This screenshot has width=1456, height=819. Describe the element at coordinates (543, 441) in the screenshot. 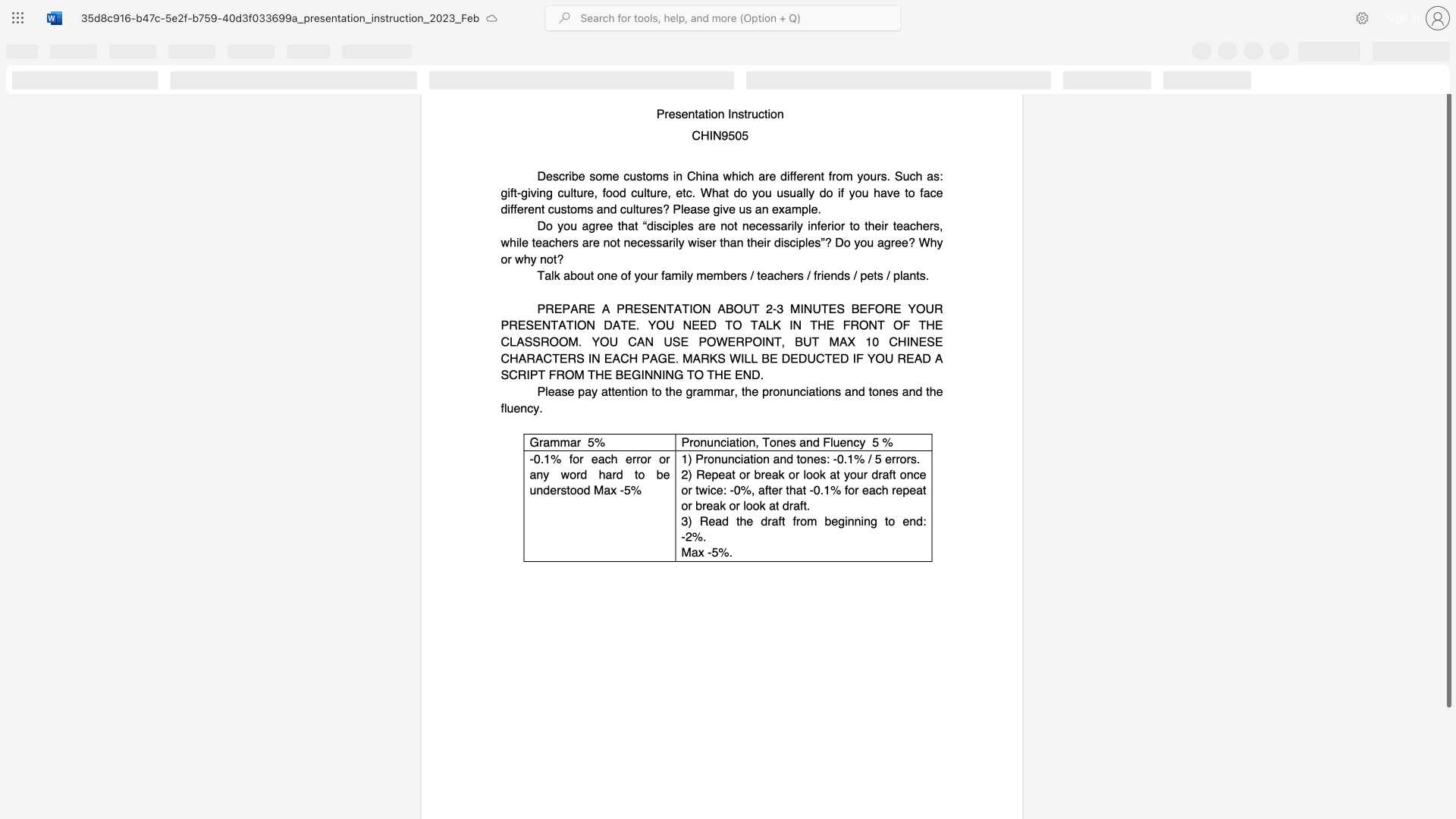

I see `the subset text "ammar  5%" within the text "Grammar  5%"` at that location.